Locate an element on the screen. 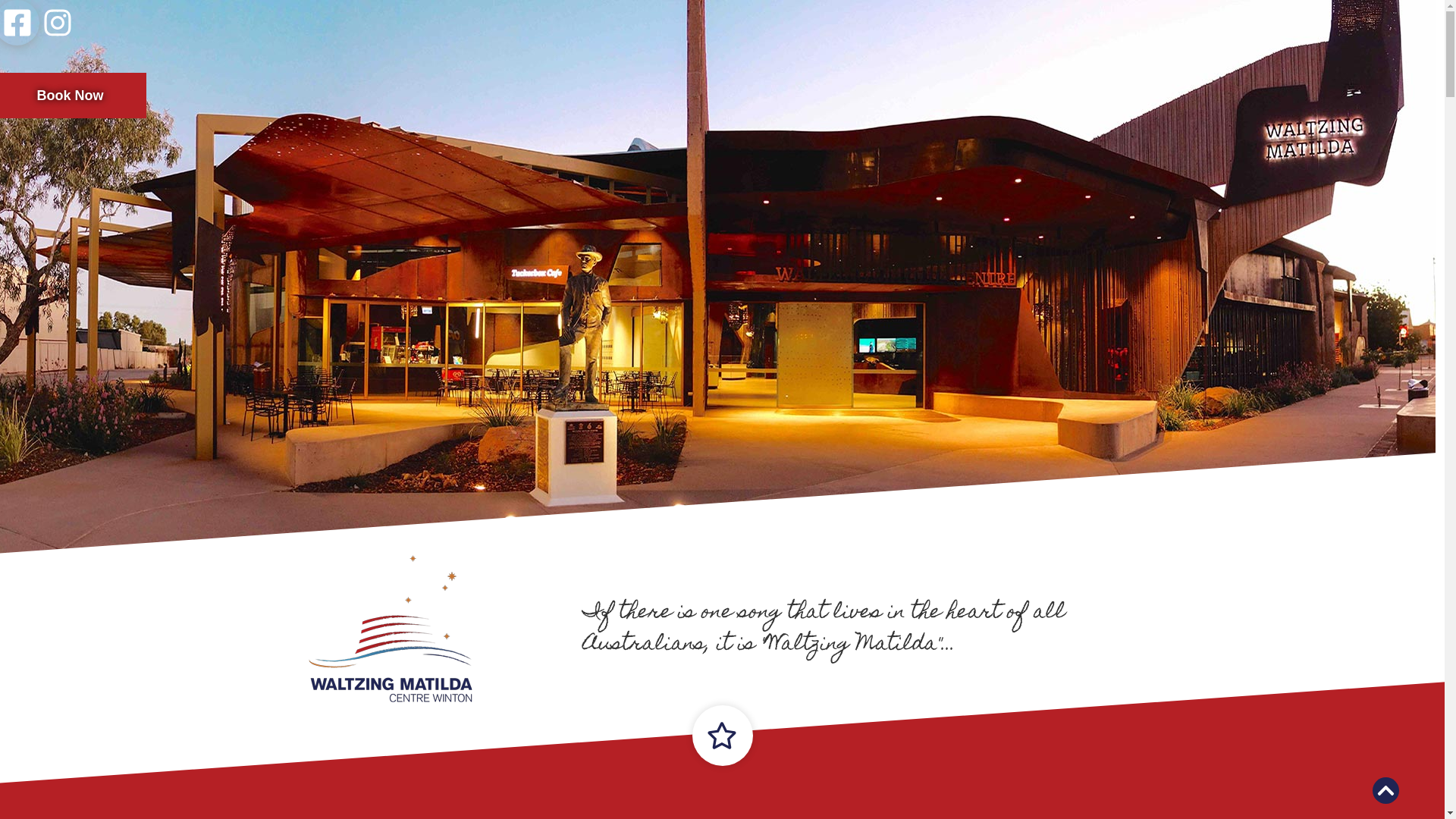  'Back to the top' is located at coordinates (1385, 789).